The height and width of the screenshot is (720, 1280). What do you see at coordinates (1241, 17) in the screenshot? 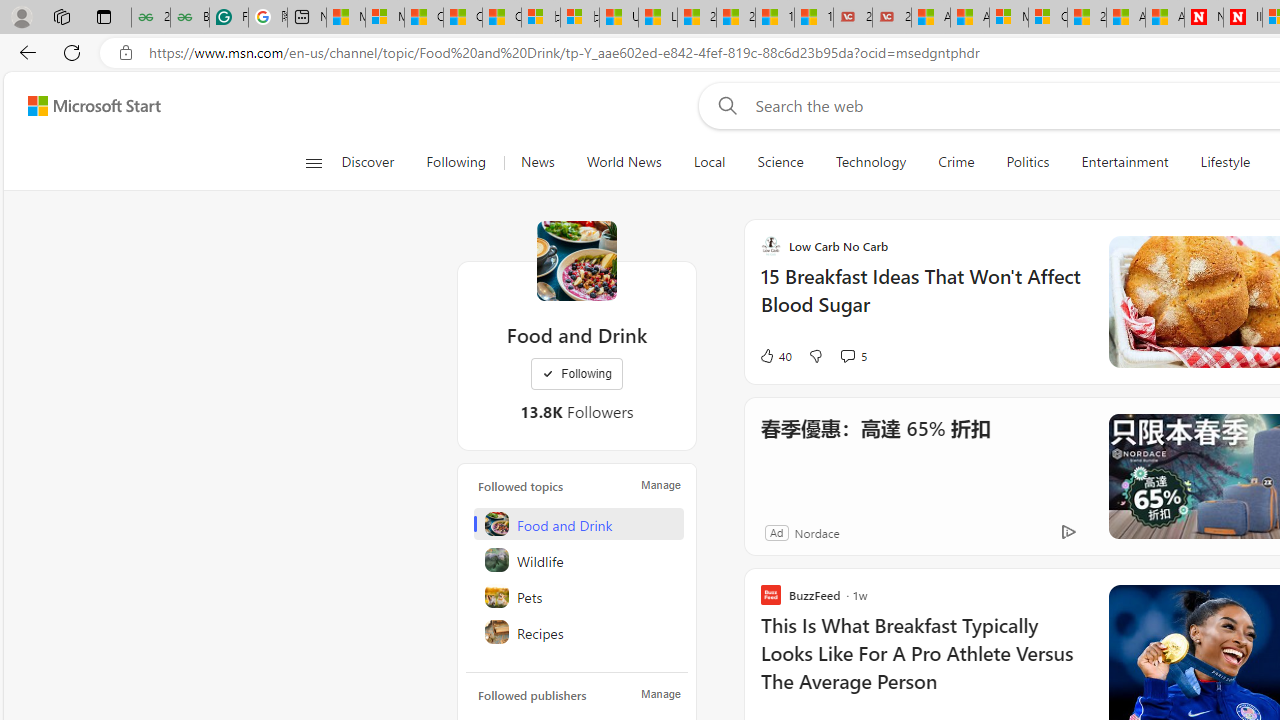
I see `'Illness news & latest pictures from Newsweek.com'` at bounding box center [1241, 17].